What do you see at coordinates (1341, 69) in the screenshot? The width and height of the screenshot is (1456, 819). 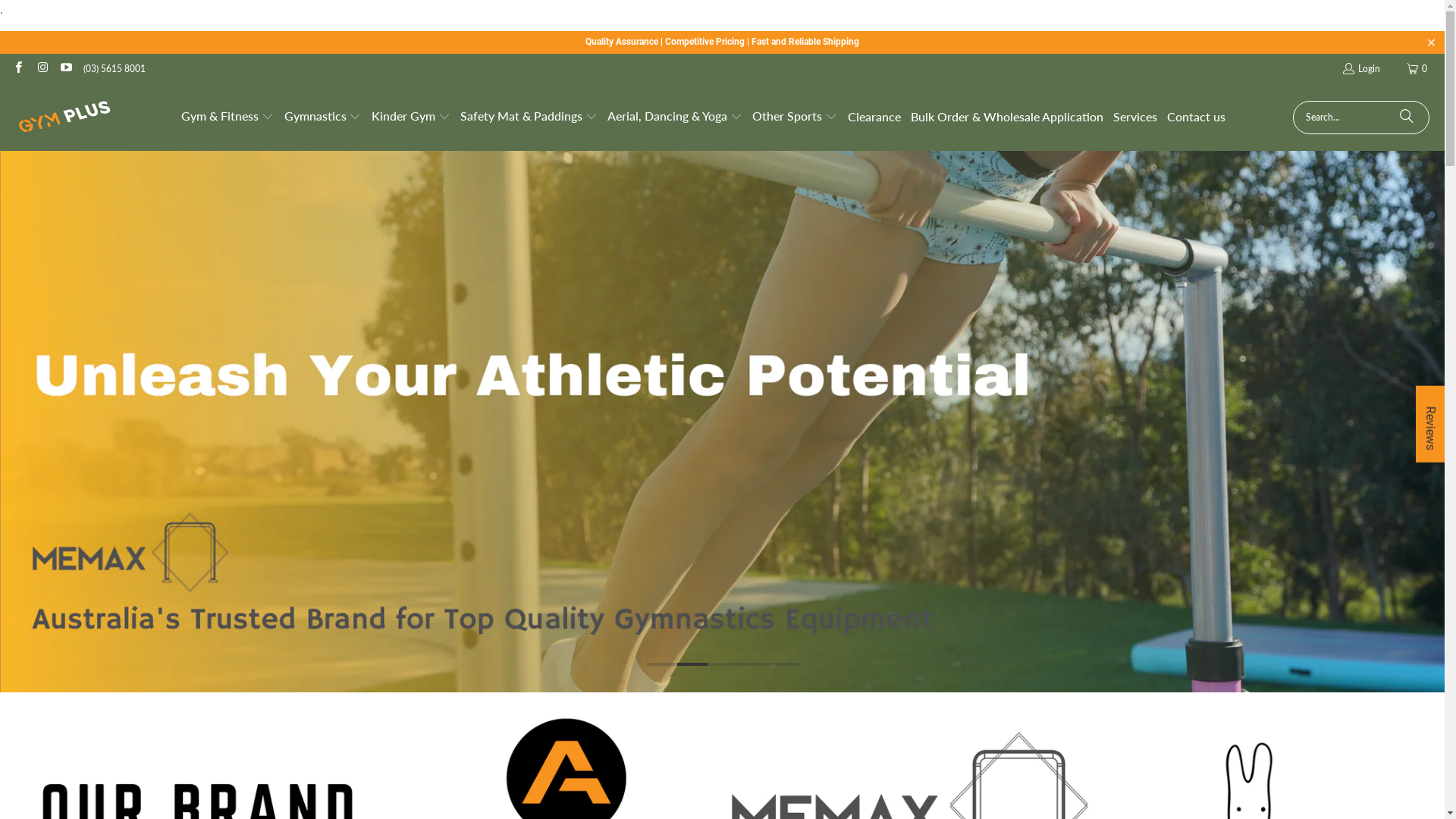 I see `'Login'` at bounding box center [1341, 69].